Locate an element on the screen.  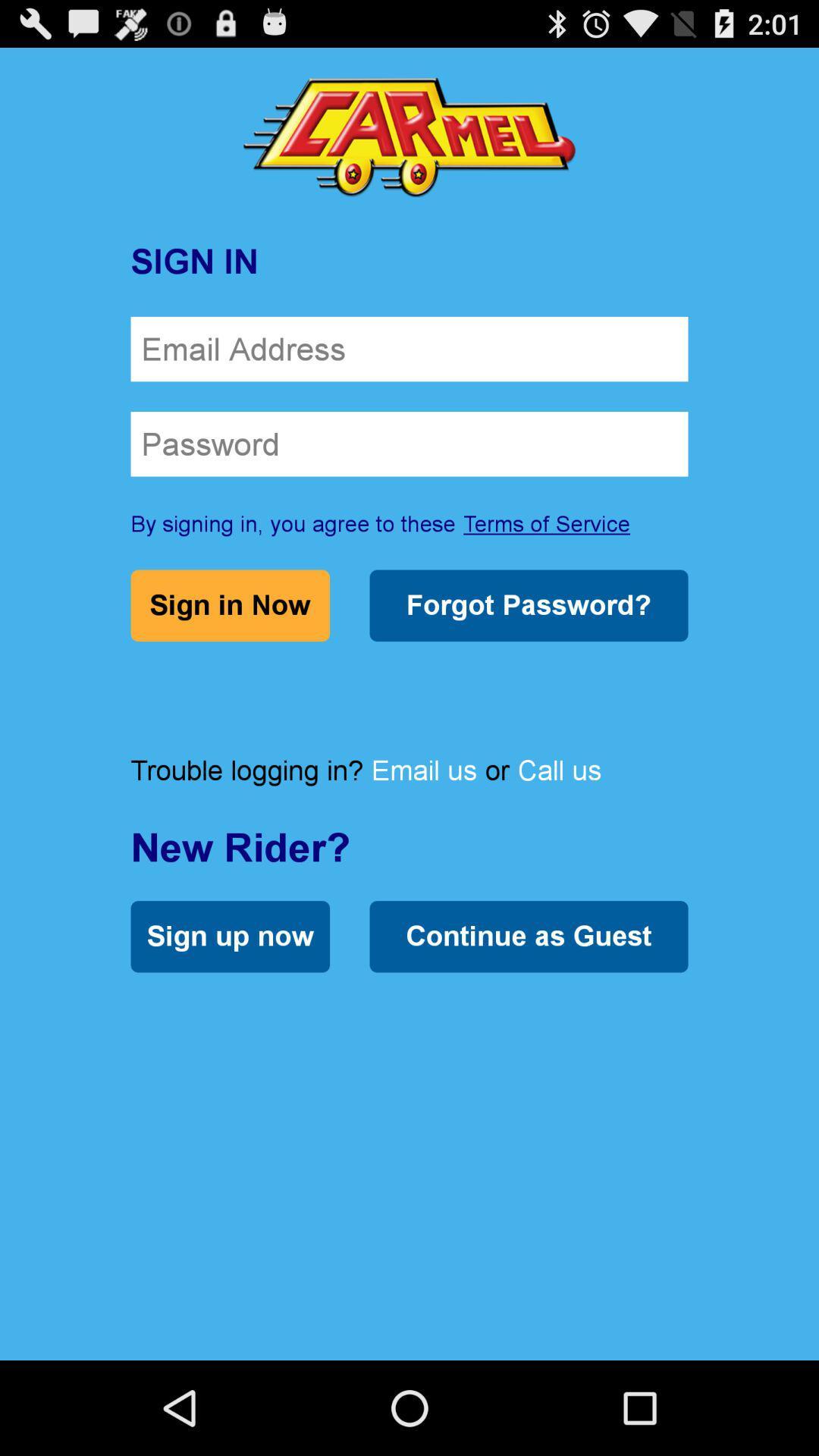
the  call us  item is located at coordinates (559, 770).